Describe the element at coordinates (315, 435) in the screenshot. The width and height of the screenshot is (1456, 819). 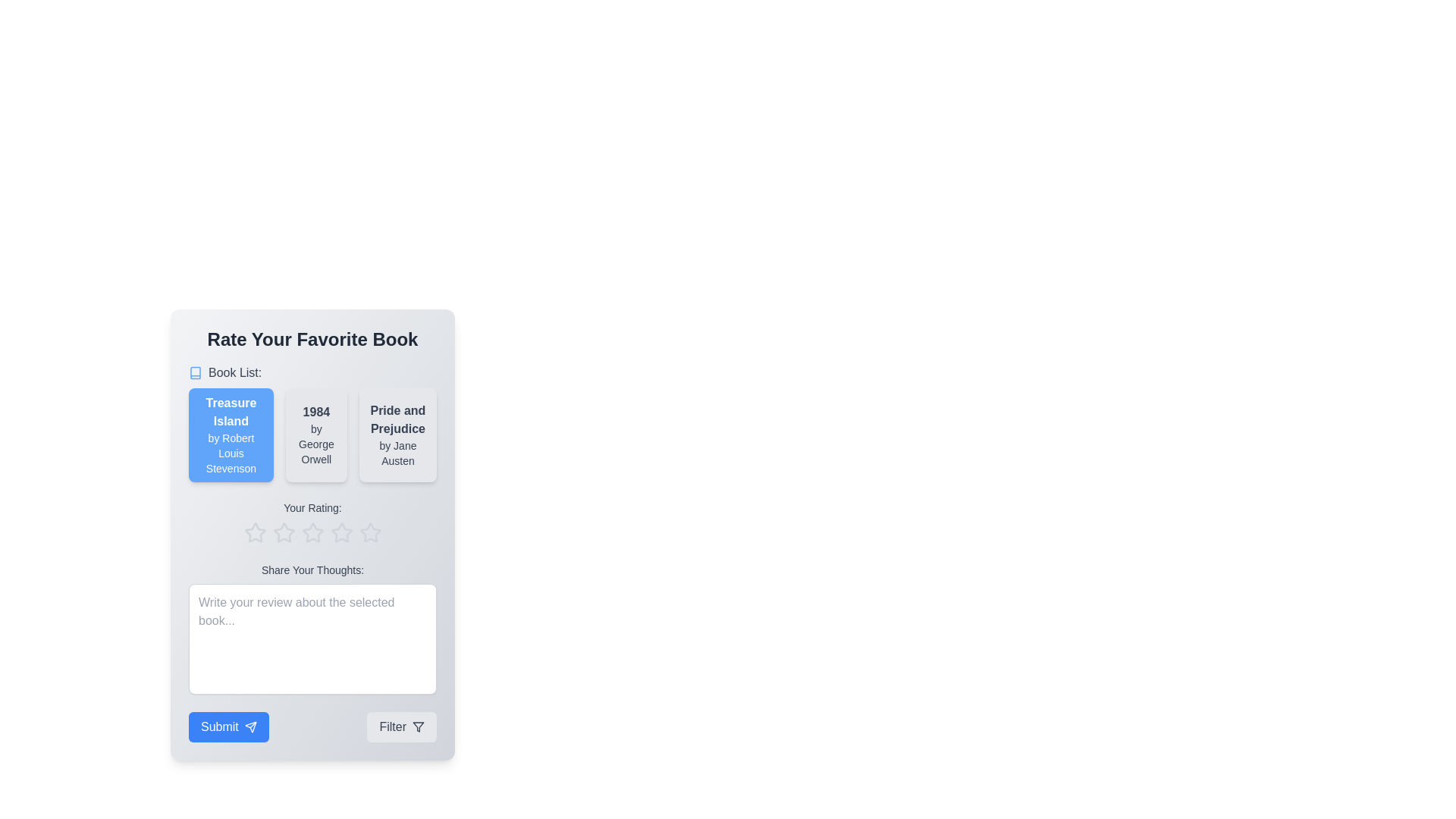
I see `the button representing the book '1984 by George Orwell'` at that location.